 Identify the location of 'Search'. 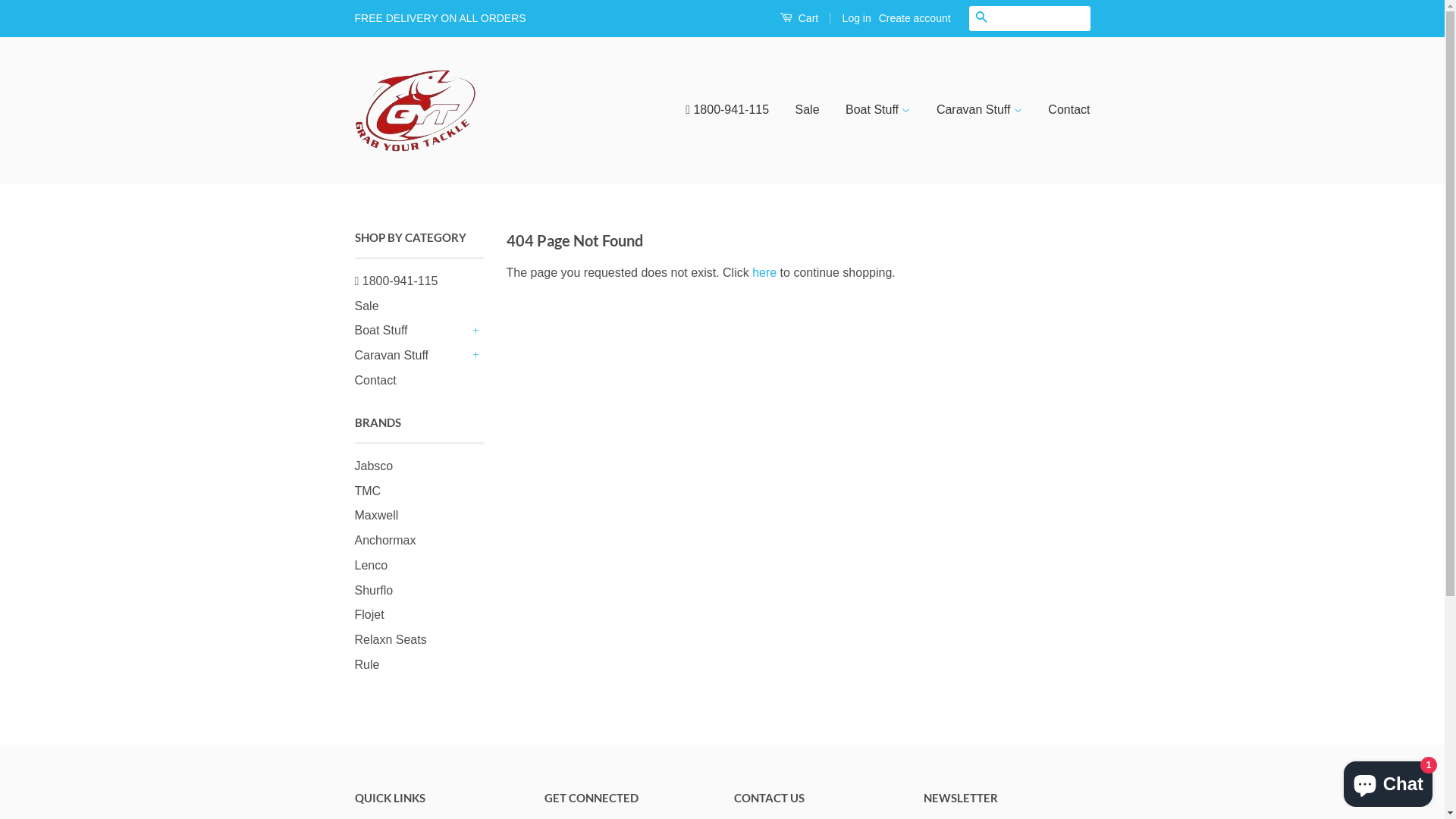
(981, 18).